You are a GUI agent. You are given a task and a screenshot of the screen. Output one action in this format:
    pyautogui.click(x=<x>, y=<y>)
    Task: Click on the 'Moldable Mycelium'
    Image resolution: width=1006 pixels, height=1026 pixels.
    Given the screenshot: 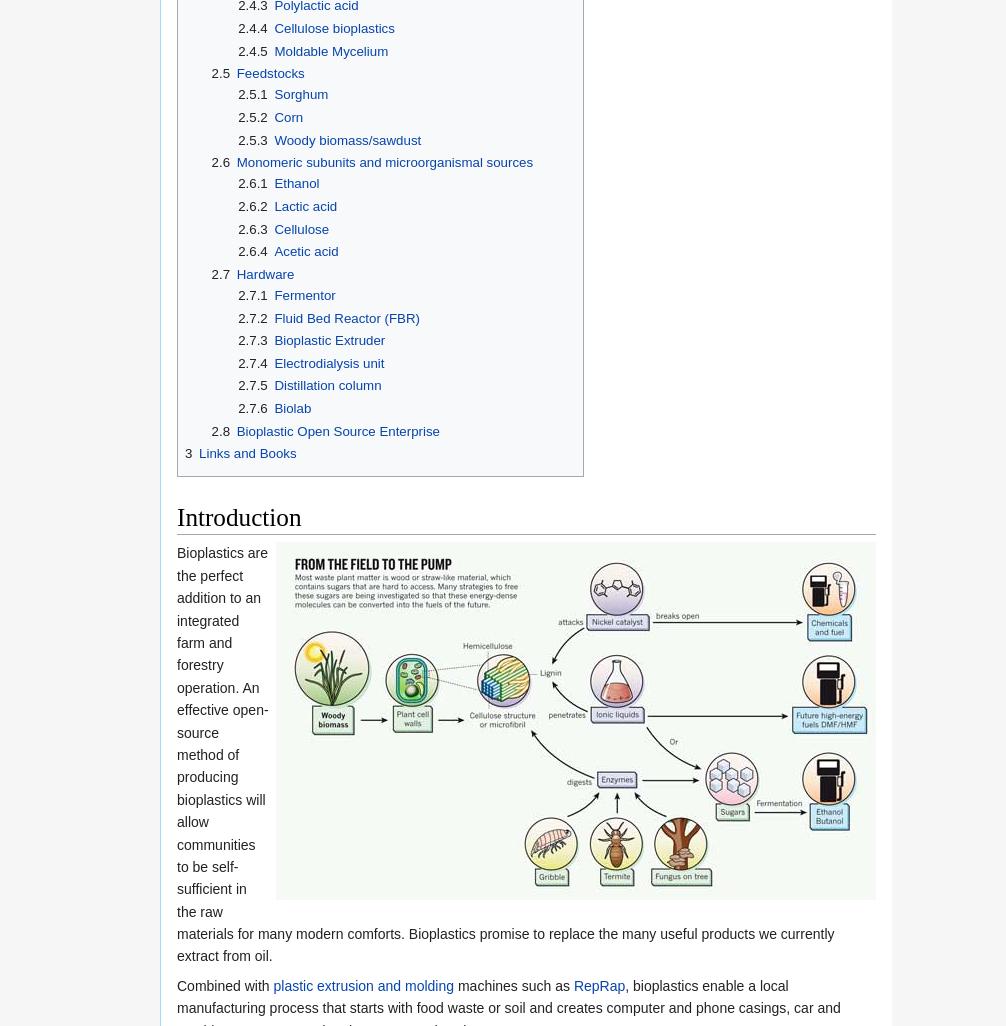 What is the action you would take?
    pyautogui.click(x=329, y=50)
    